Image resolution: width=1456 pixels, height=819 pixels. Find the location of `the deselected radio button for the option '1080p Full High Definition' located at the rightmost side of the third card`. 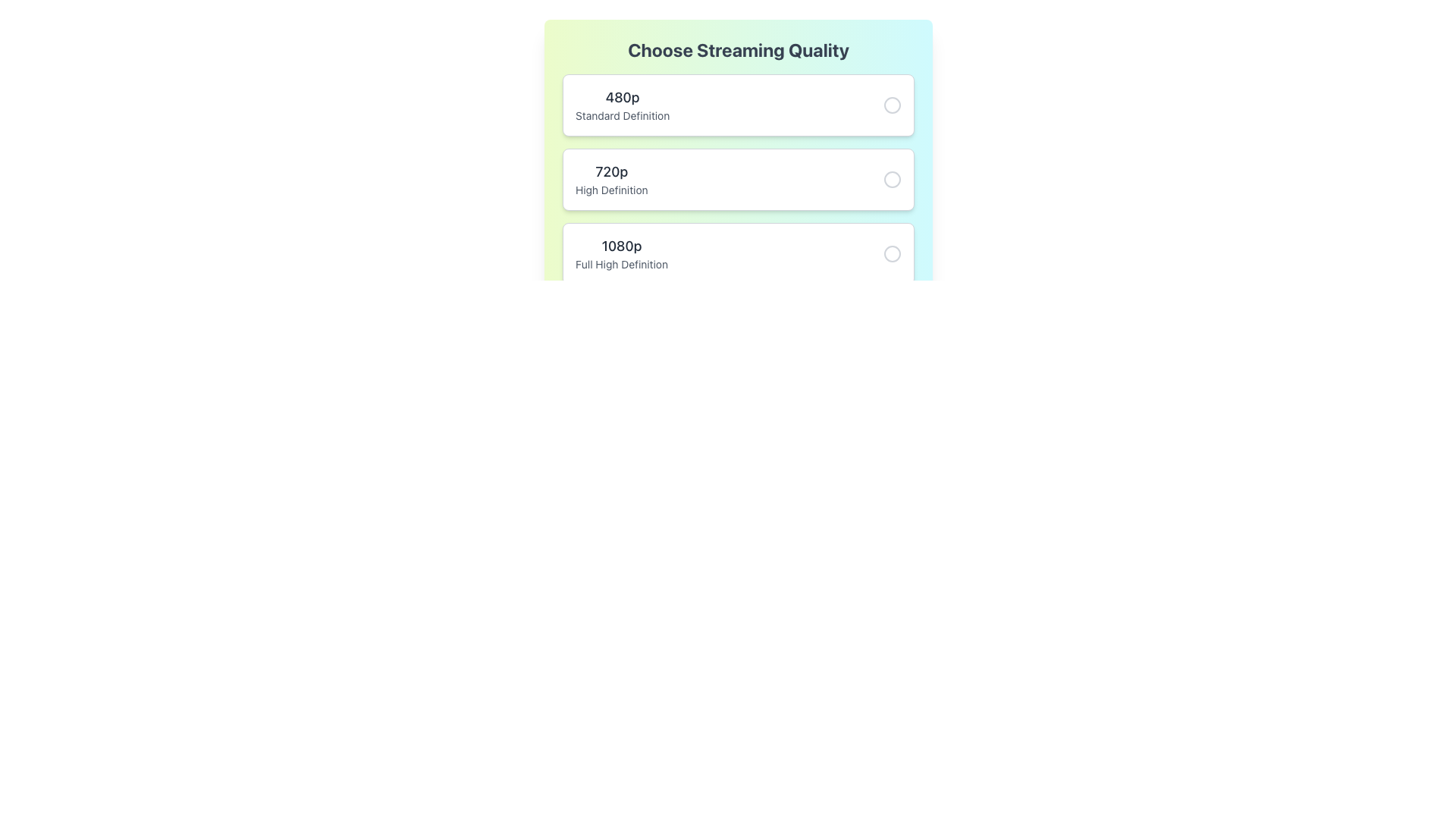

the deselected radio button for the option '1080p Full High Definition' located at the rightmost side of the third card is located at coordinates (892, 253).